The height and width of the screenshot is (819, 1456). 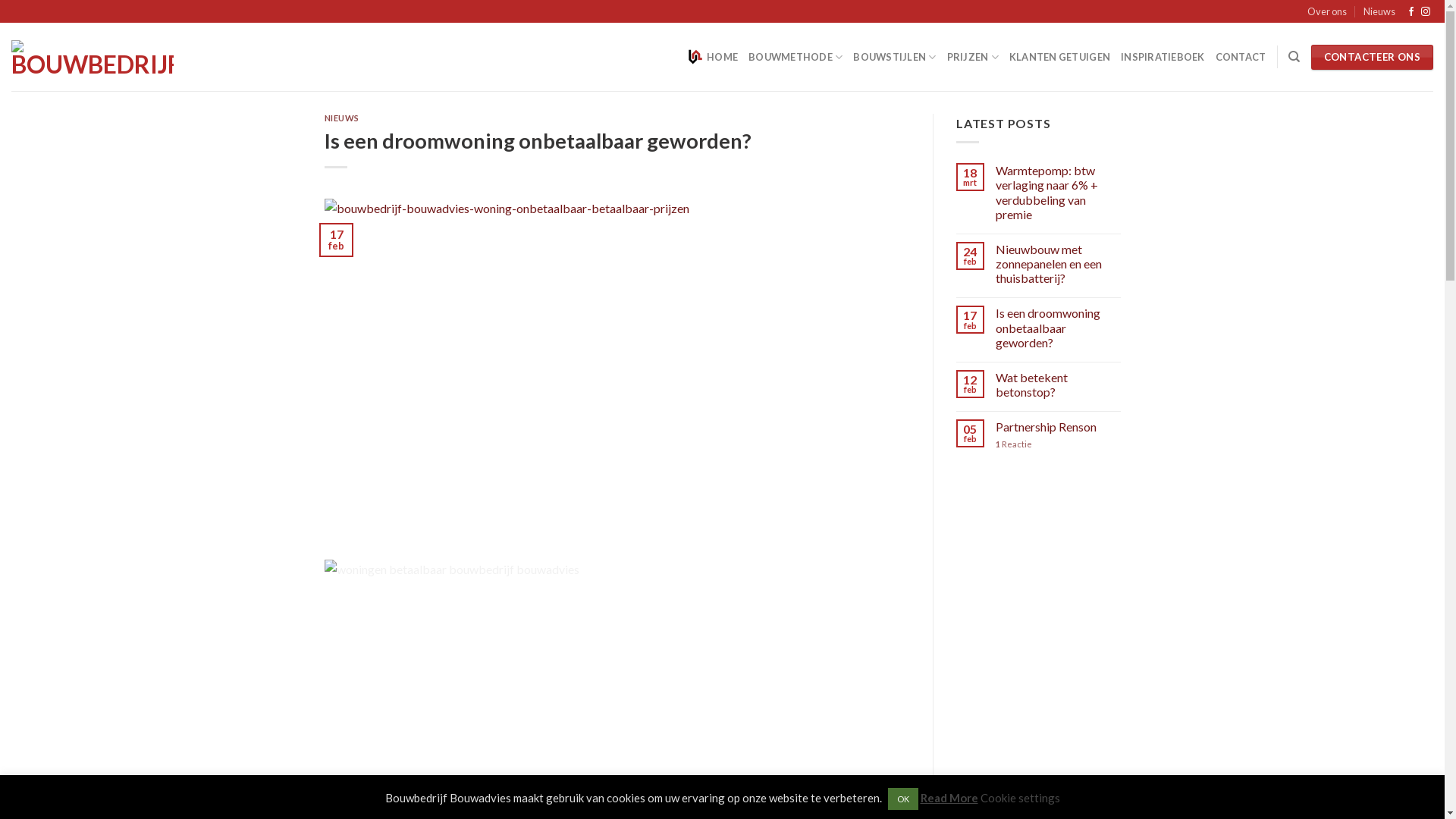 What do you see at coordinates (1162, 55) in the screenshot?
I see `'INSPIRATIEBOEK'` at bounding box center [1162, 55].